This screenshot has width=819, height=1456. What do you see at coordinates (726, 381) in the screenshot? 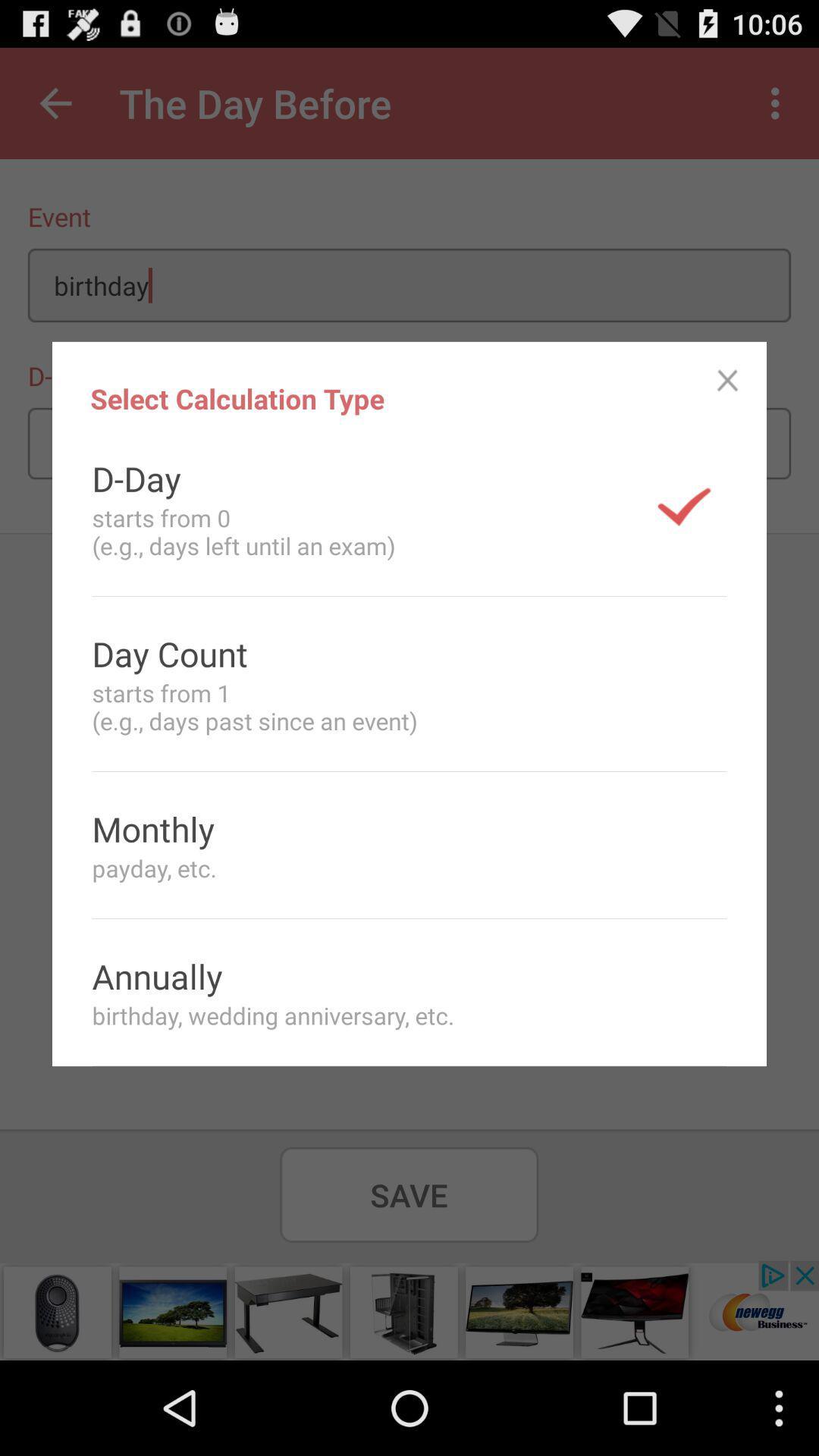
I see `window` at bounding box center [726, 381].